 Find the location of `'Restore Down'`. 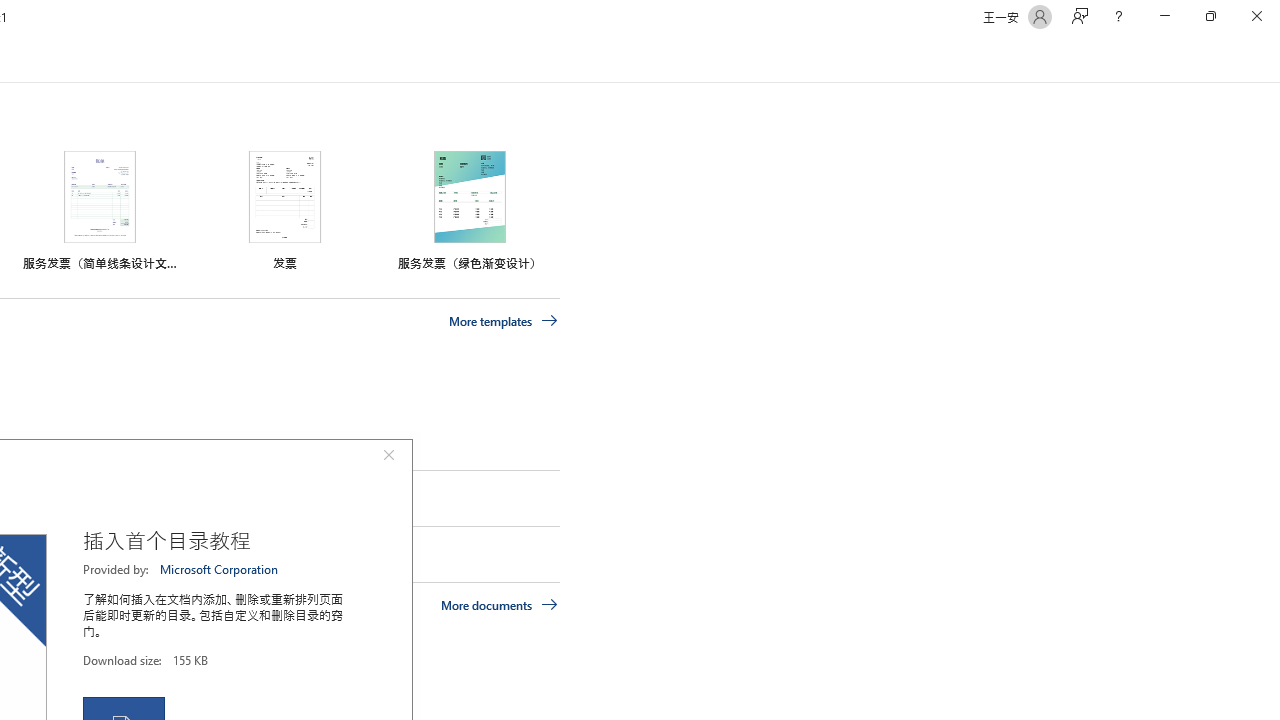

'Restore Down' is located at coordinates (1209, 16).